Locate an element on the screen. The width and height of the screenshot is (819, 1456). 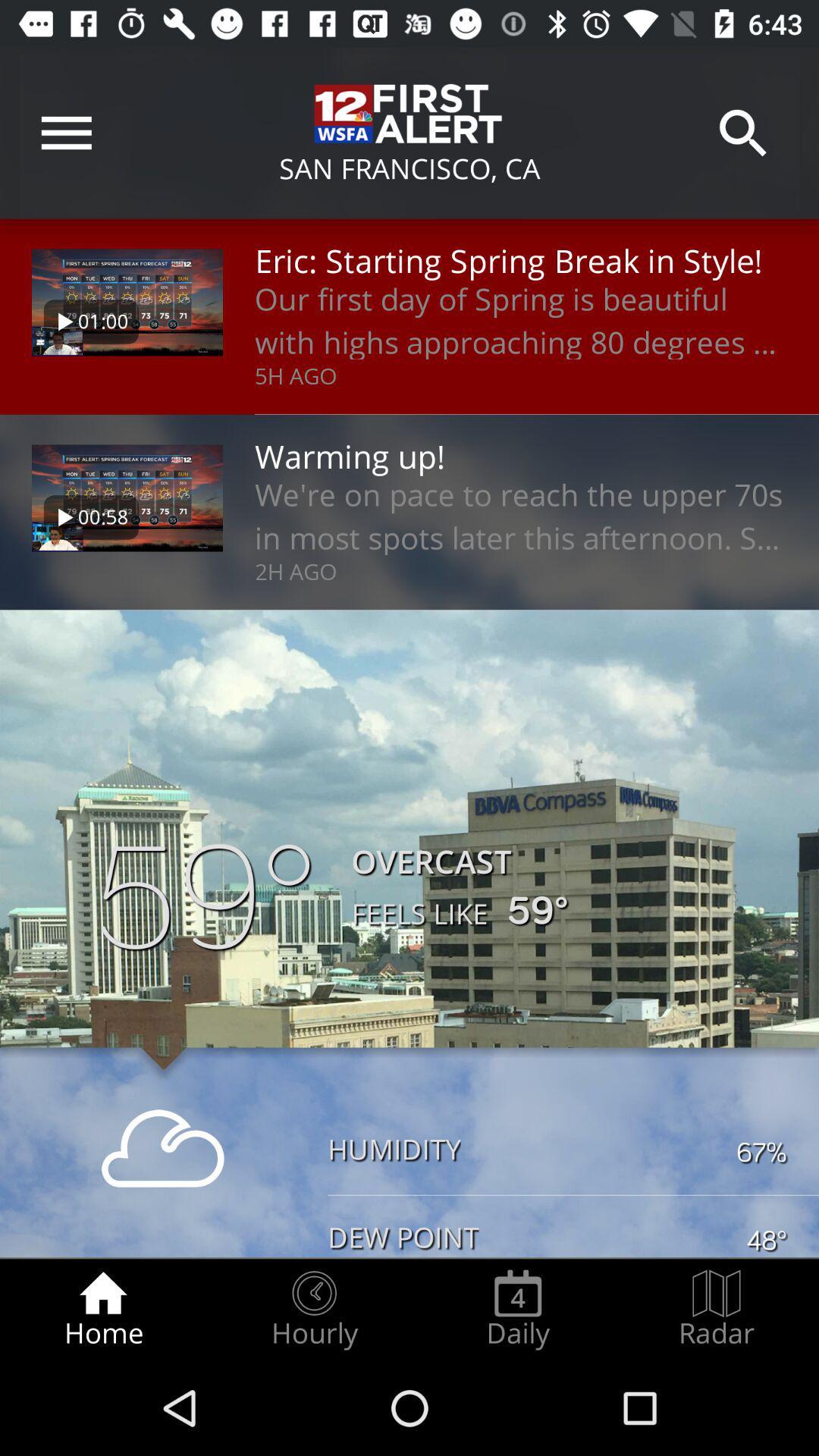
the daily is located at coordinates (517, 1309).